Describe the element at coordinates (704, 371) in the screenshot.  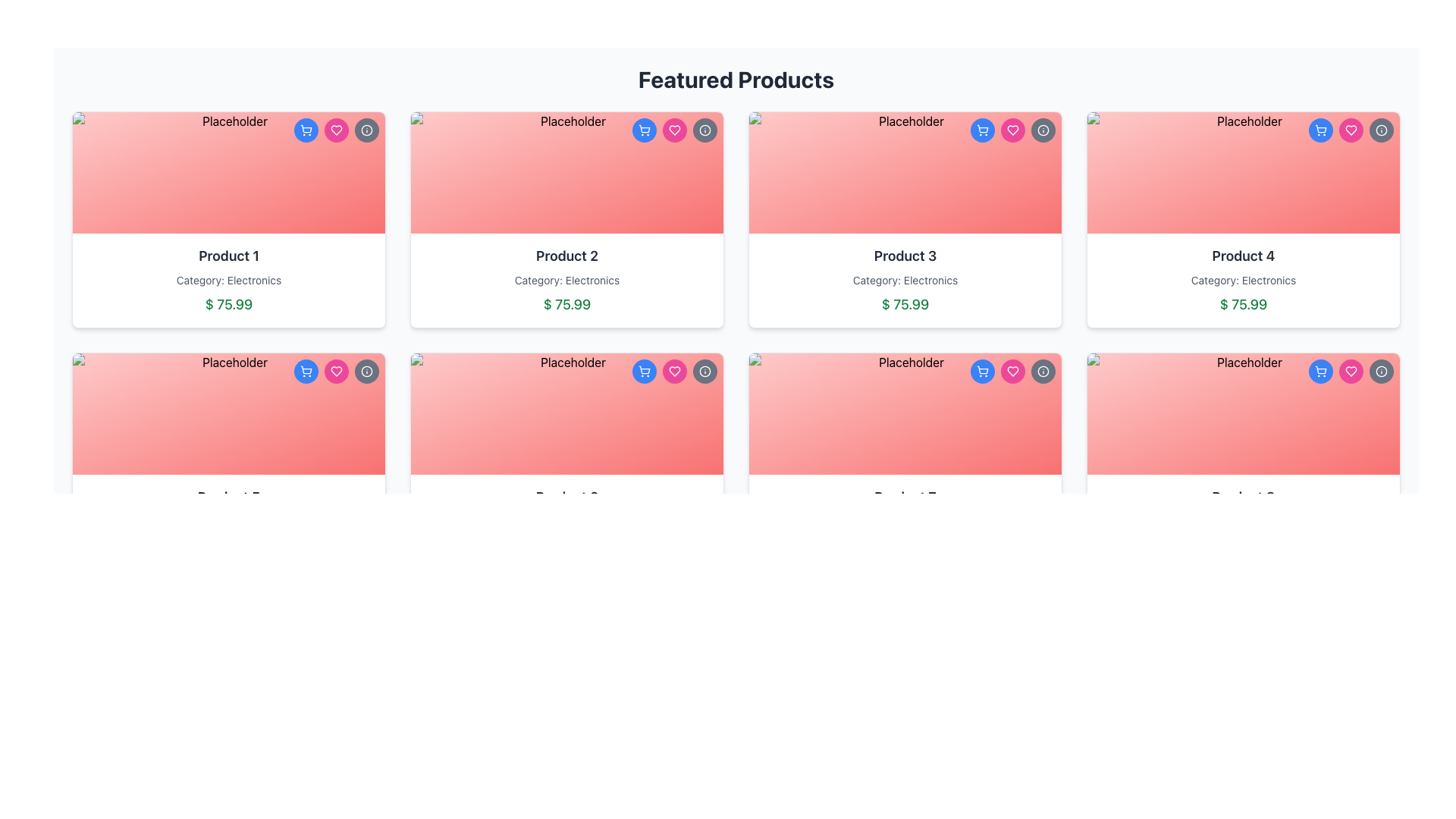
I see `the outermost circular border of the informational icon at the top-right corner of the 'Product 2' card` at that location.